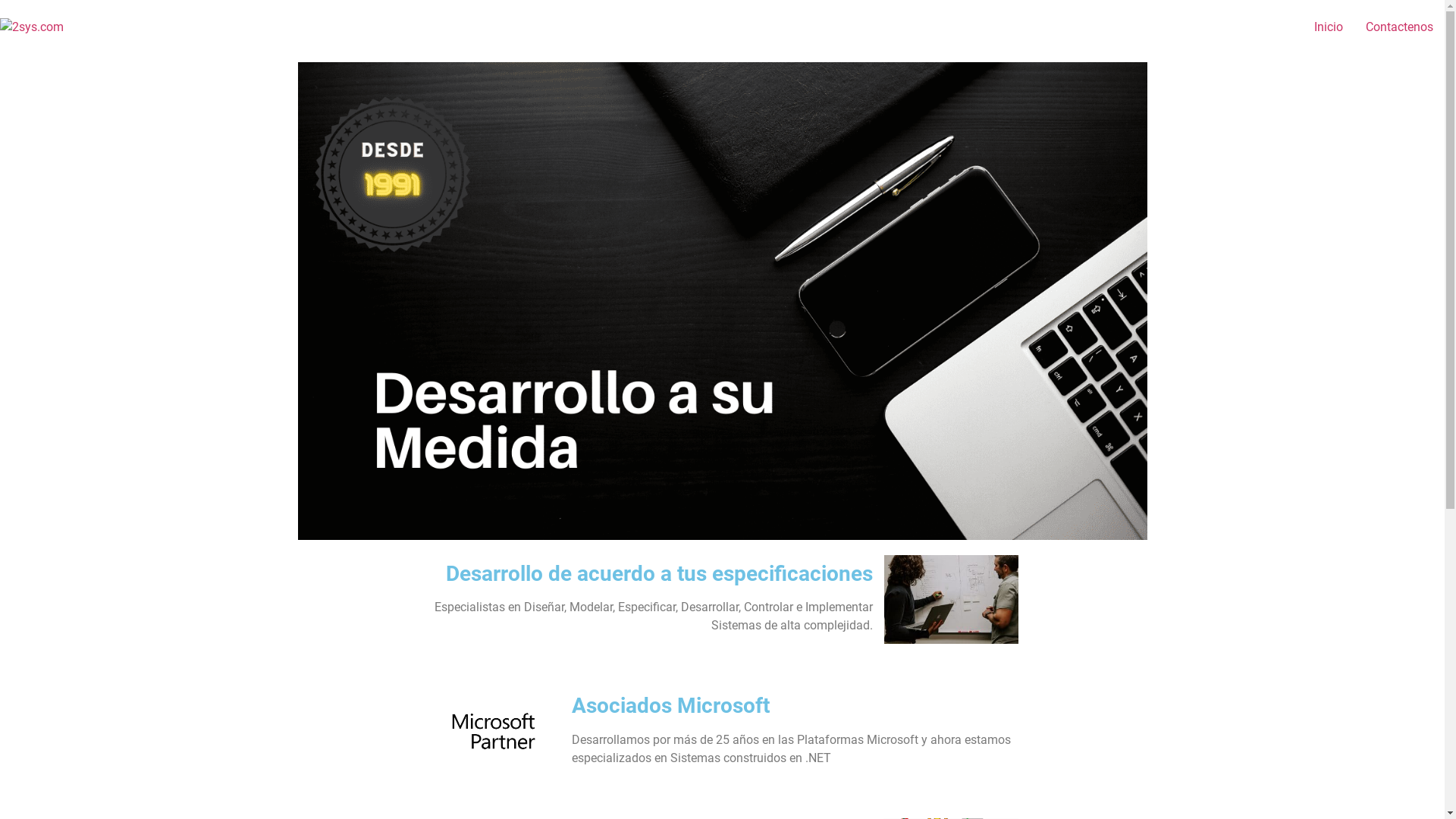 This screenshot has width=1456, height=819. Describe the element at coordinates (1328, 27) in the screenshot. I see `'Inicio'` at that location.